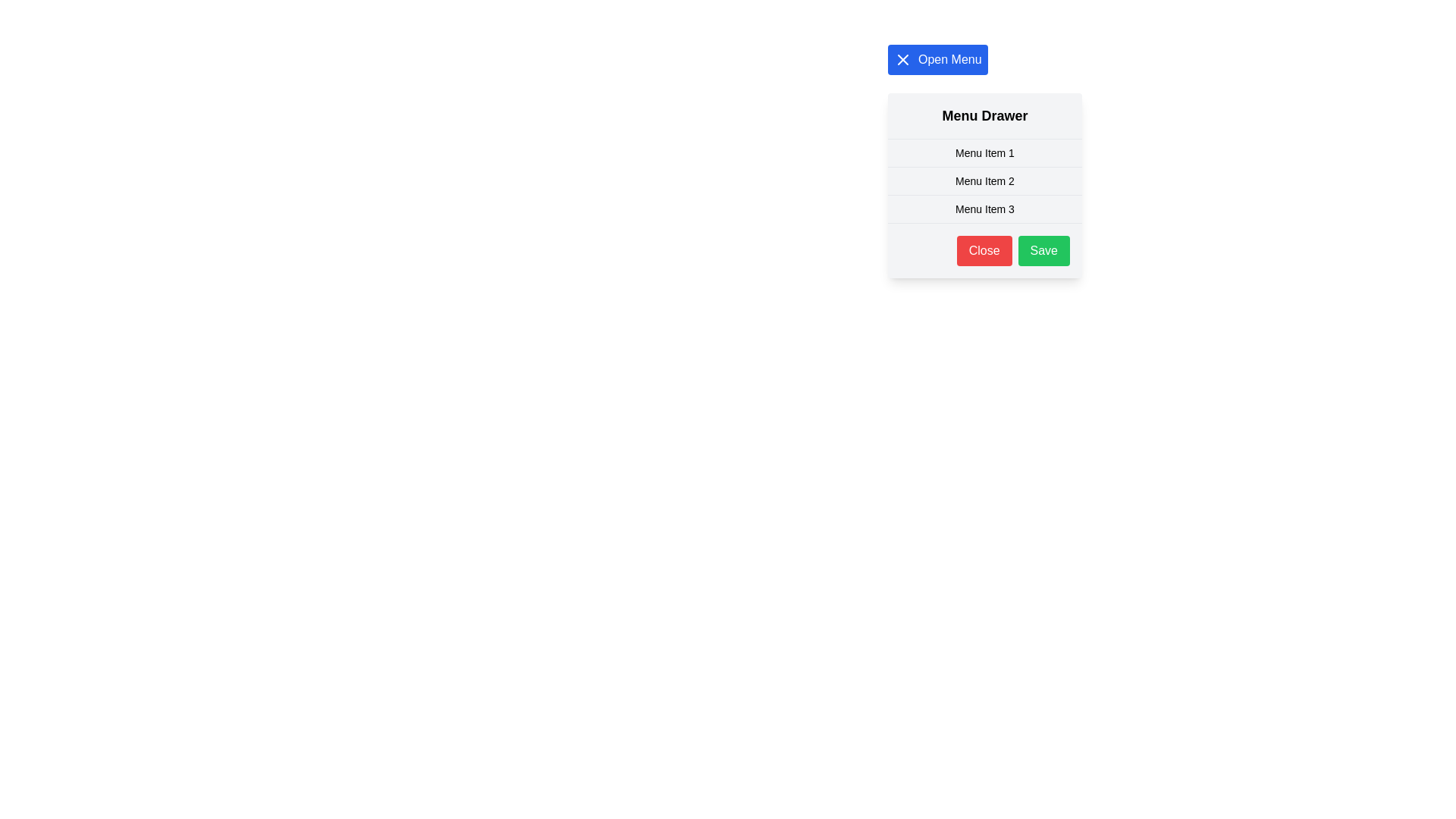  What do you see at coordinates (985, 209) in the screenshot?
I see `the text-based menu item labeled 'Menu Item 3'` at bounding box center [985, 209].